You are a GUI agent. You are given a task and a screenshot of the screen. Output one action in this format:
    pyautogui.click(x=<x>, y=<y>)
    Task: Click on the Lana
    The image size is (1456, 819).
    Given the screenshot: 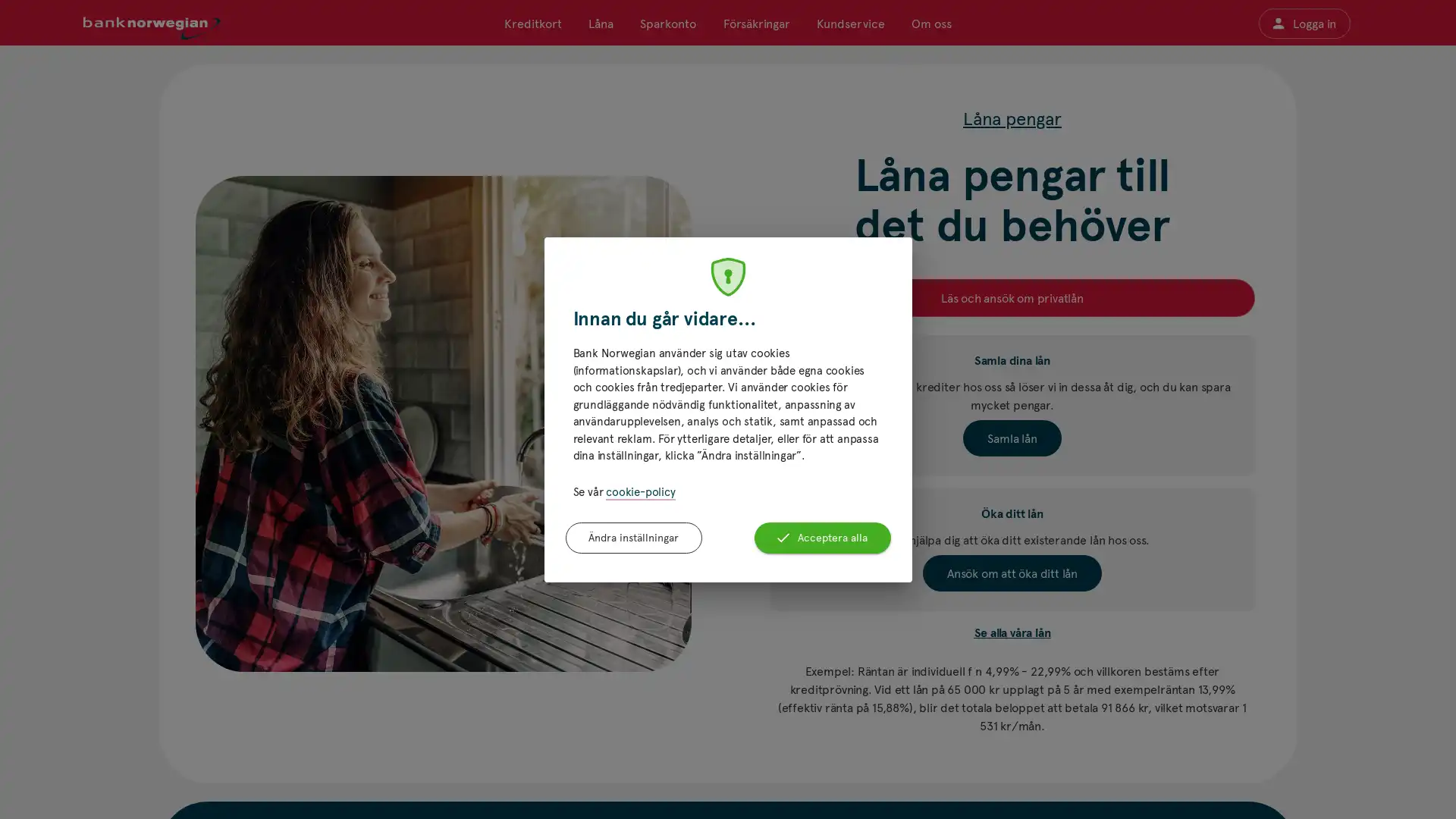 What is the action you would take?
    pyautogui.click(x=600, y=23)
    